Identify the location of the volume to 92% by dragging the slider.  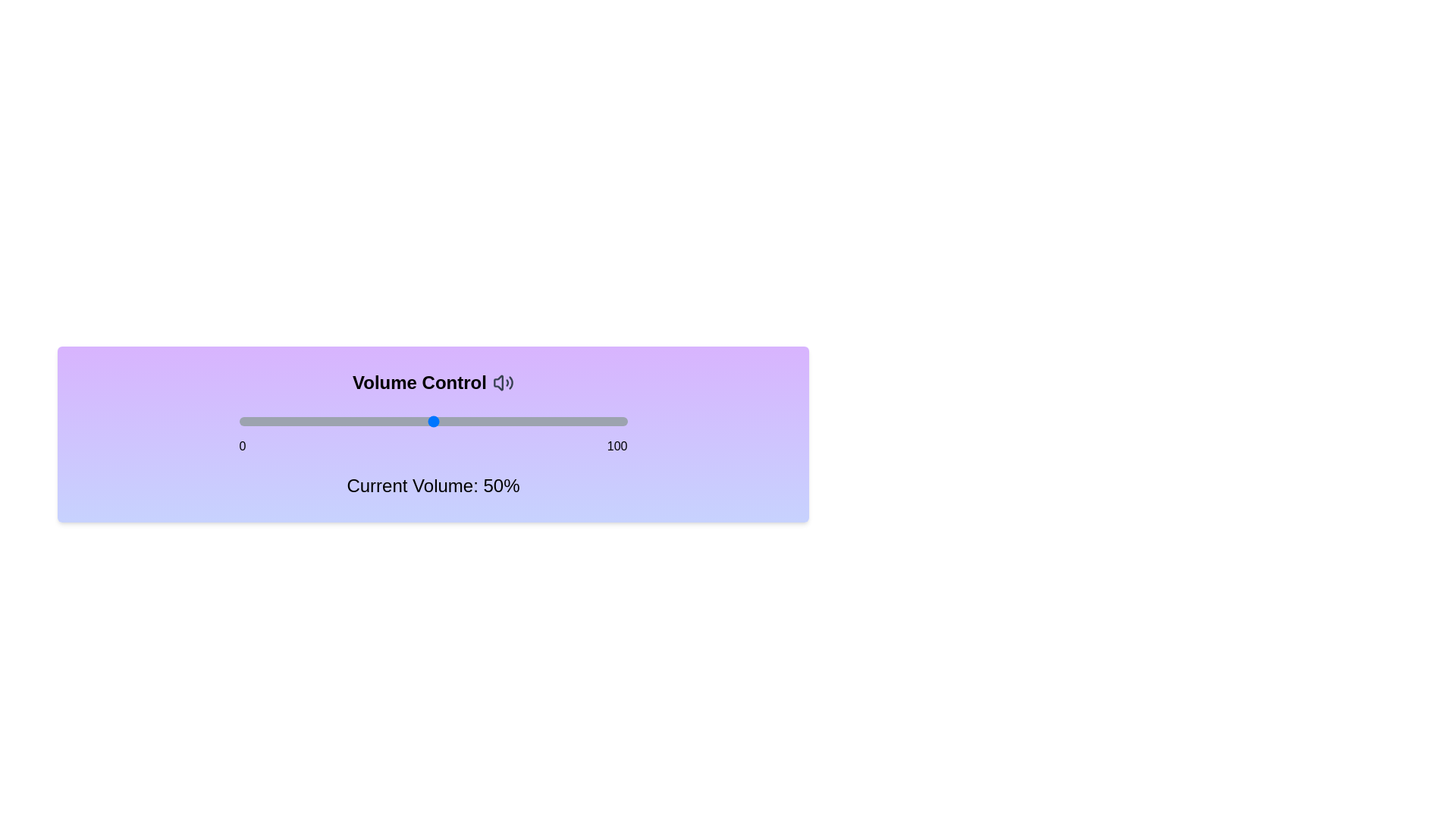
(595, 421).